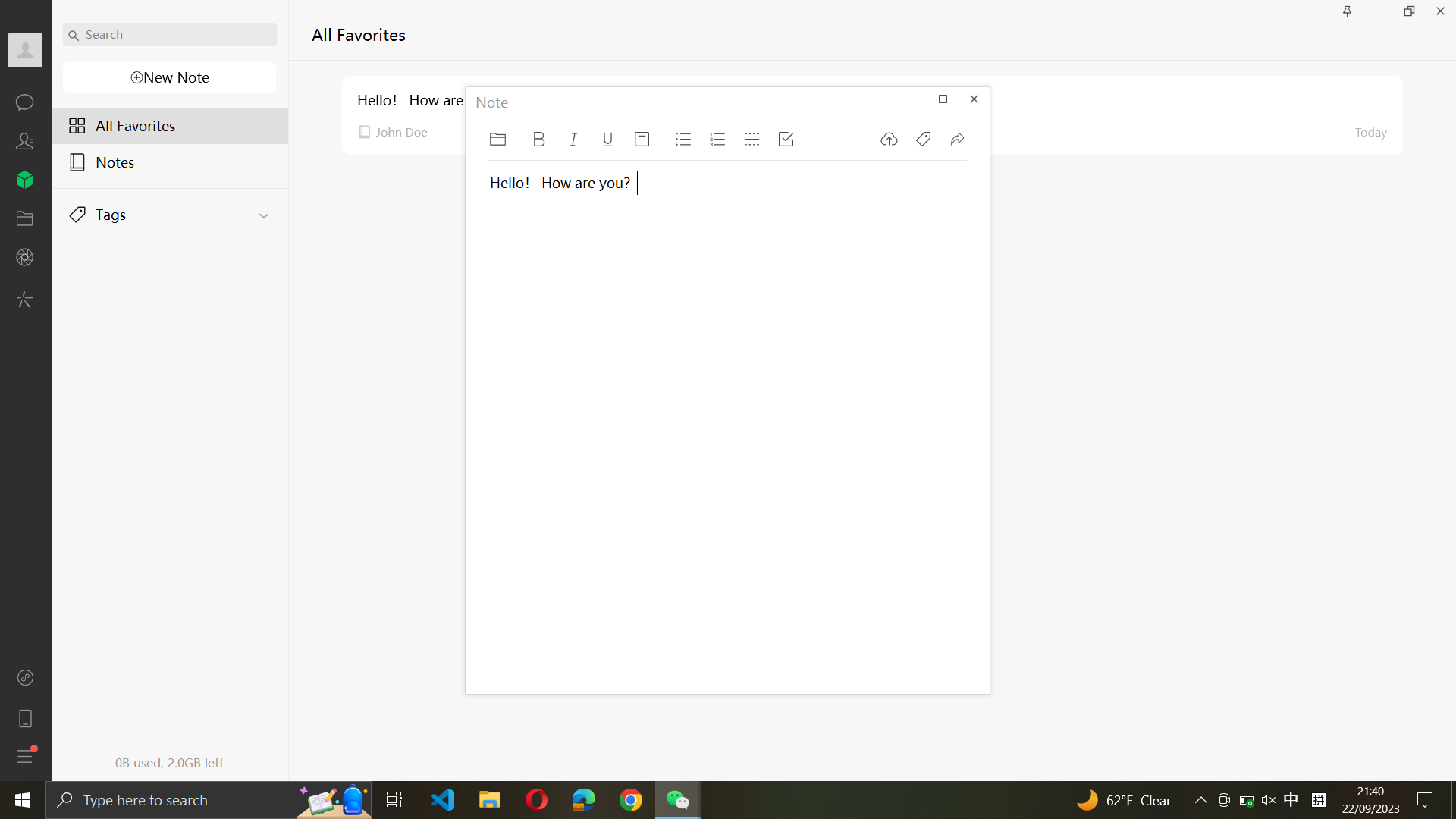  What do you see at coordinates (942, 97) in the screenshot?
I see `Expand the current note window to full screen` at bounding box center [942, 97].